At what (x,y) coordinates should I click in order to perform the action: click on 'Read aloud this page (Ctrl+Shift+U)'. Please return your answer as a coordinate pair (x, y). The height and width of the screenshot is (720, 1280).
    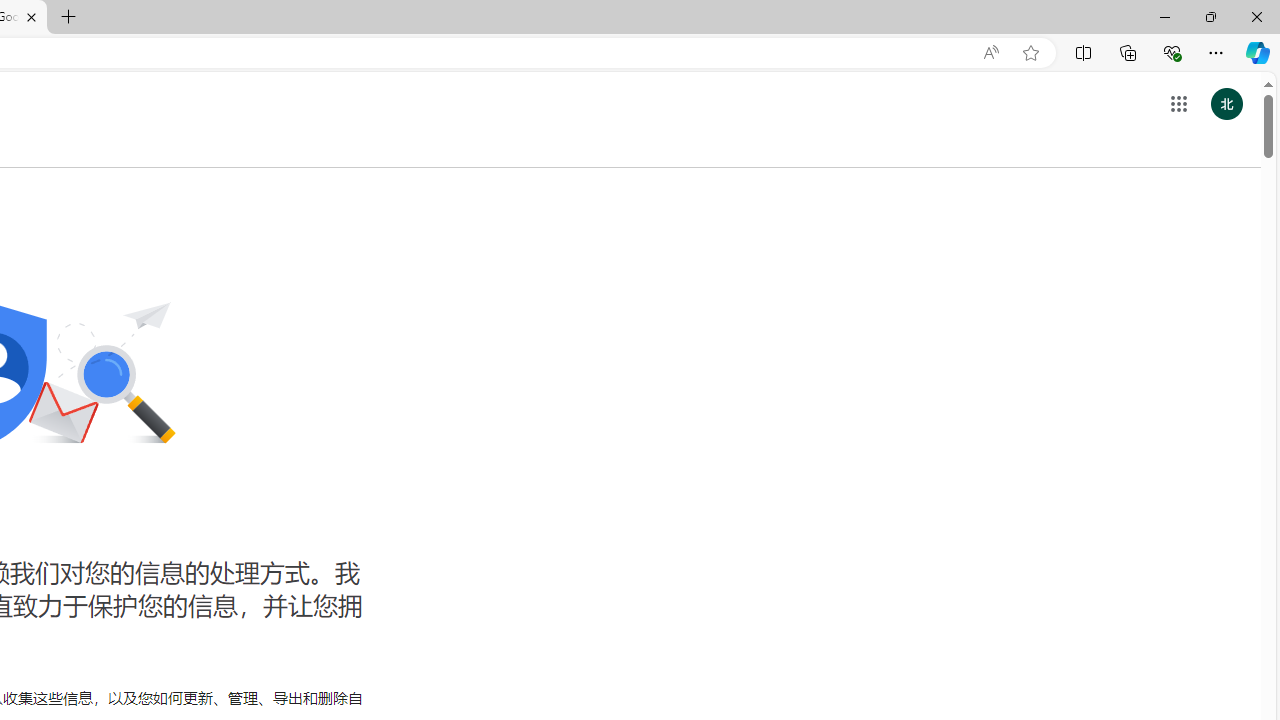
    Looking at the image, I should click on (991, 52).